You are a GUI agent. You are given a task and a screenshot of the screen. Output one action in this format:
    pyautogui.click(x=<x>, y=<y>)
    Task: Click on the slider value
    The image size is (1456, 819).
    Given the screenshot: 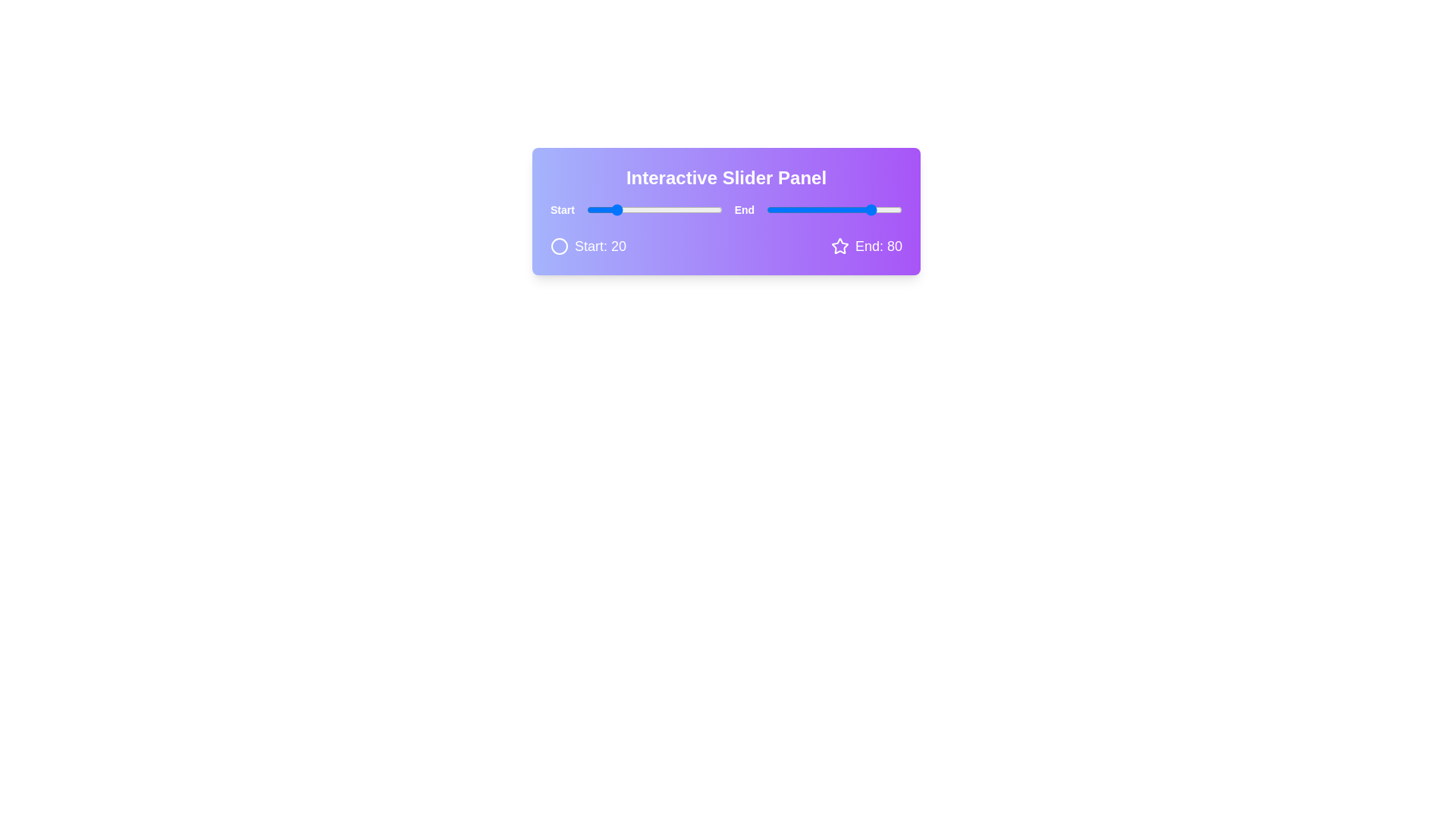 What is the action you would take?
    pyautogui.click(x=712, y=210)
    